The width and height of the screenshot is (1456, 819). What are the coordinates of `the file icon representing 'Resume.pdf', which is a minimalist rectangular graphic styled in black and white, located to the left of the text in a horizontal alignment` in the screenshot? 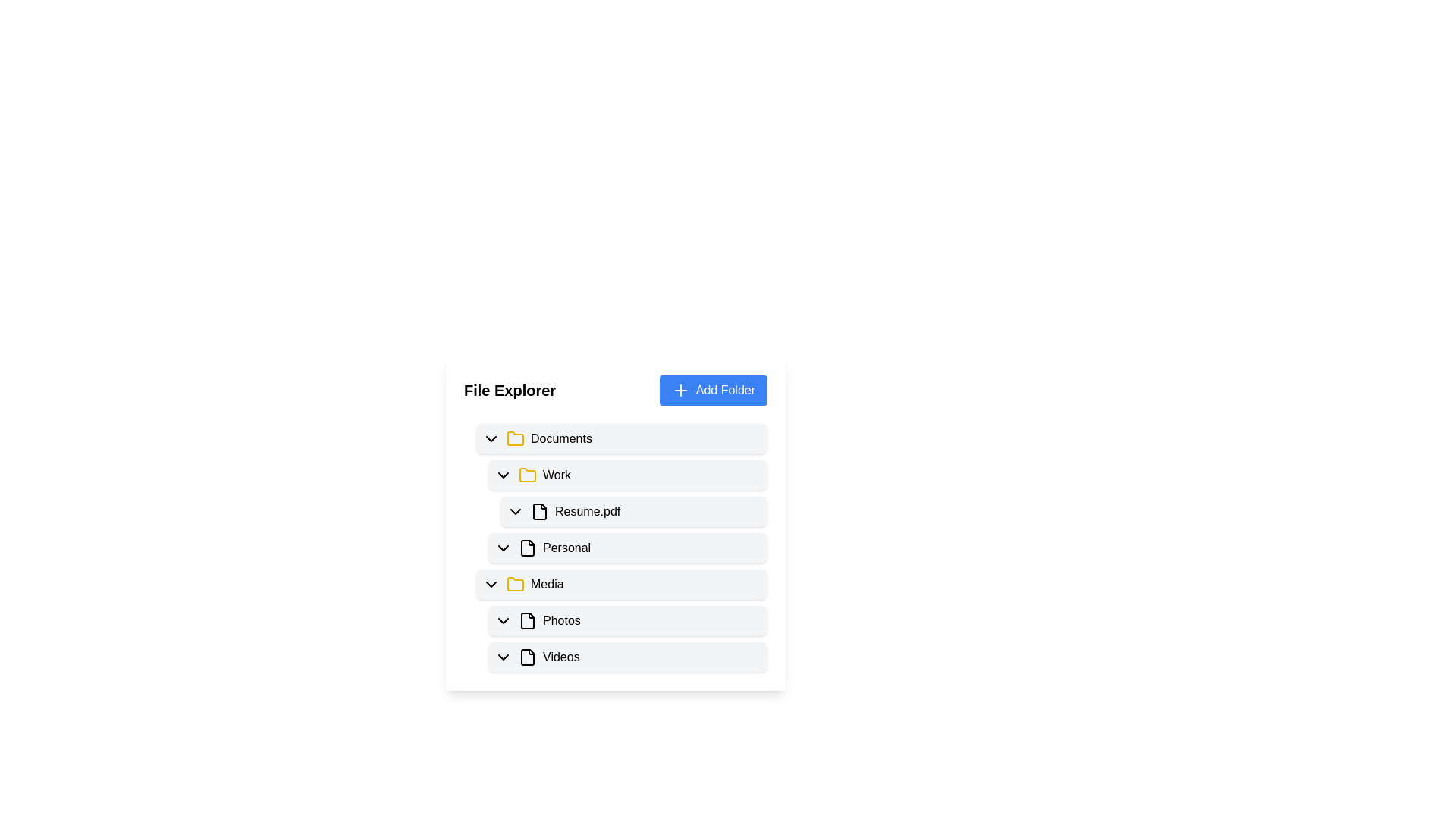 It's located at (539, 512).